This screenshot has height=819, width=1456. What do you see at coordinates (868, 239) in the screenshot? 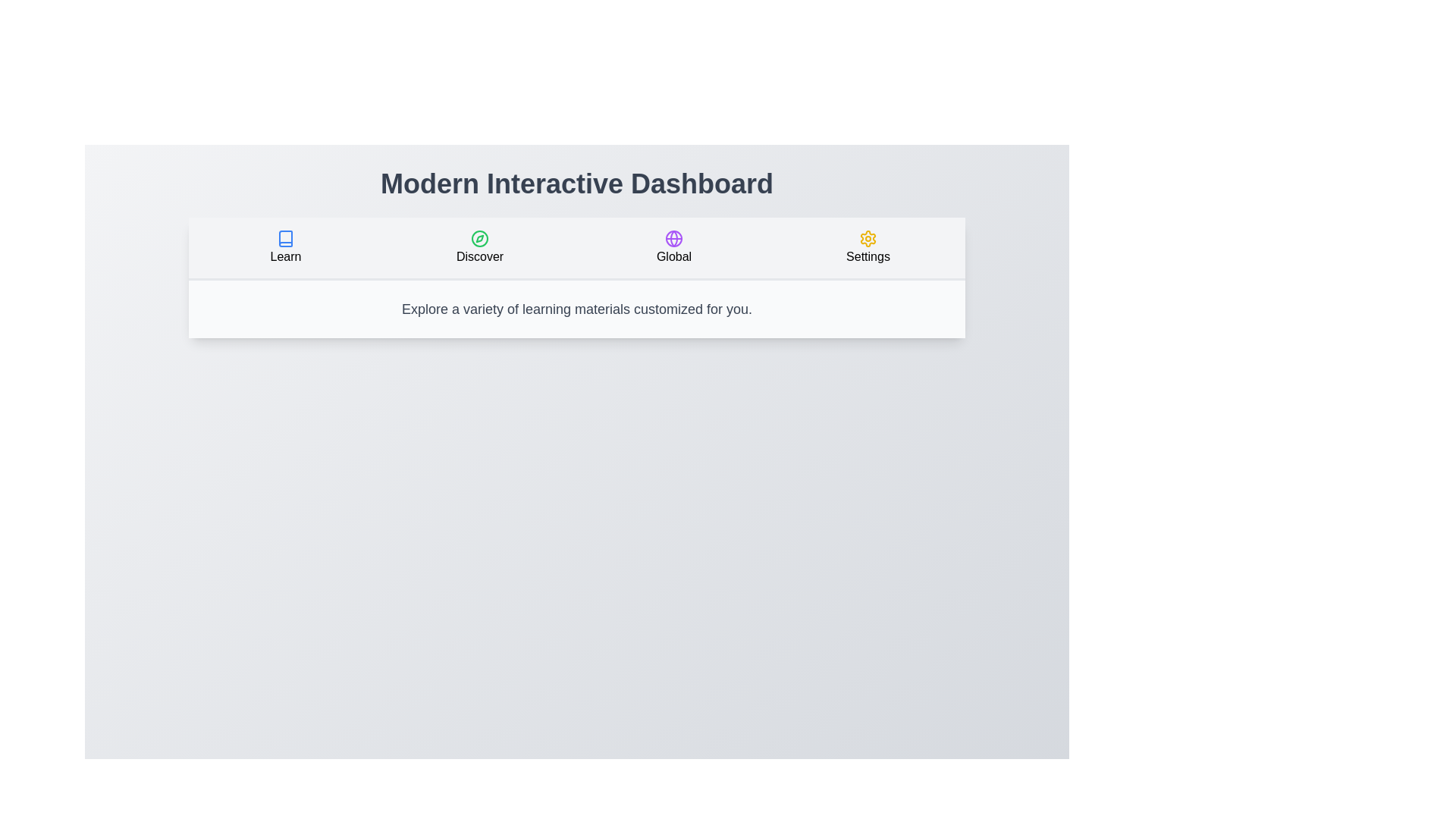
I see `the settings icon located at the top right of the interface, next to the 'Settings' label` at bounding box center [868, 239].